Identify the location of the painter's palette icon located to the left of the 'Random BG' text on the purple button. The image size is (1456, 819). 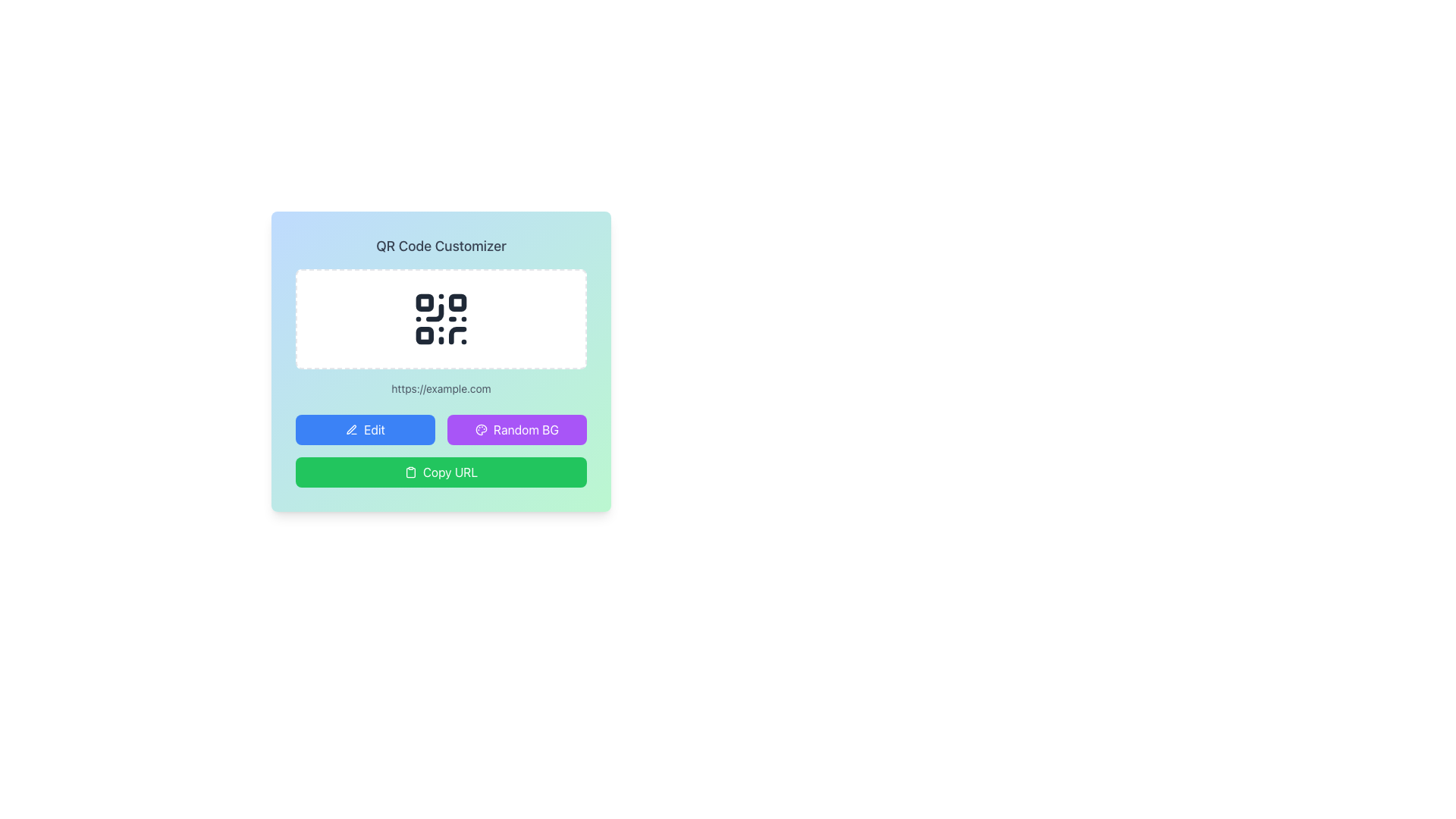
(480, 430).